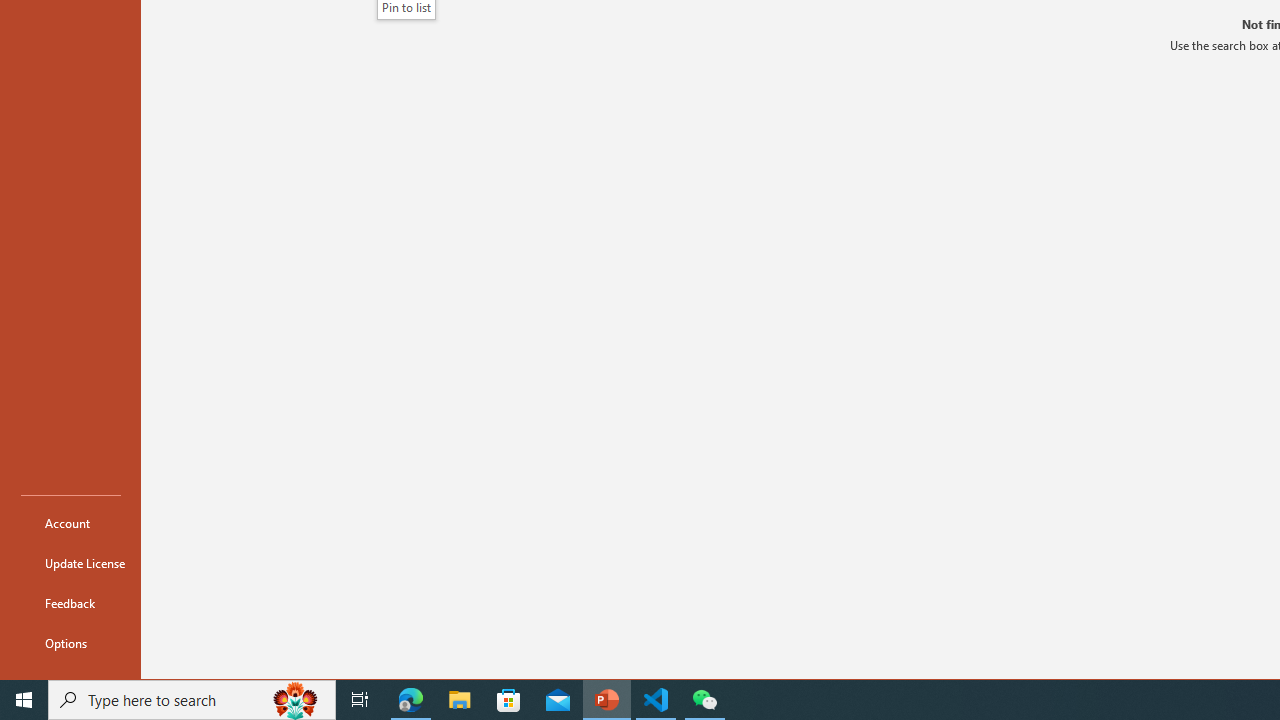  Describe the element at coordinates (71, 642) in the screenshot. I see `'Options'` at that location.